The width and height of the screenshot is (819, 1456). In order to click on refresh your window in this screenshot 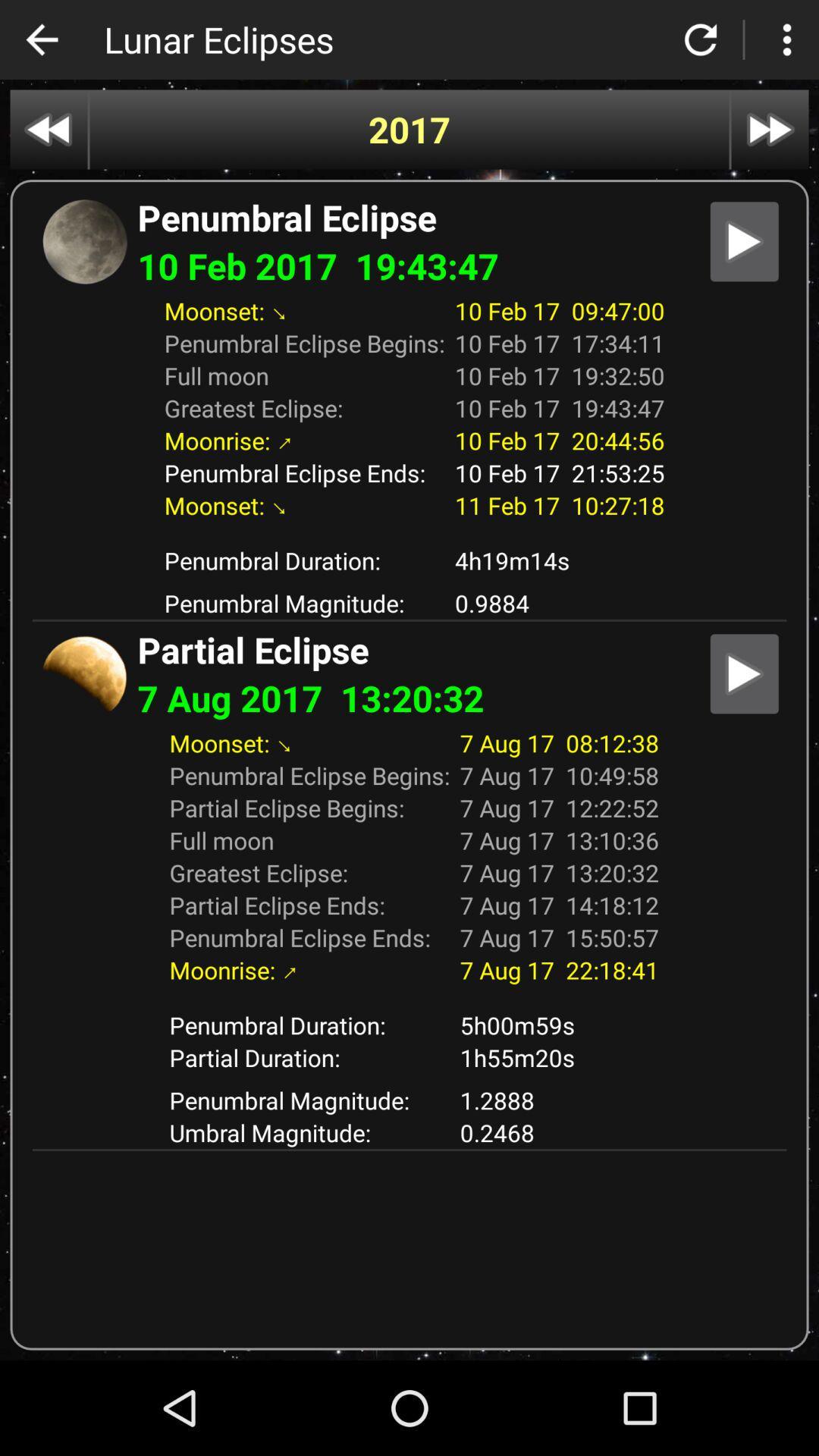, I will do `click(701, 39)`.